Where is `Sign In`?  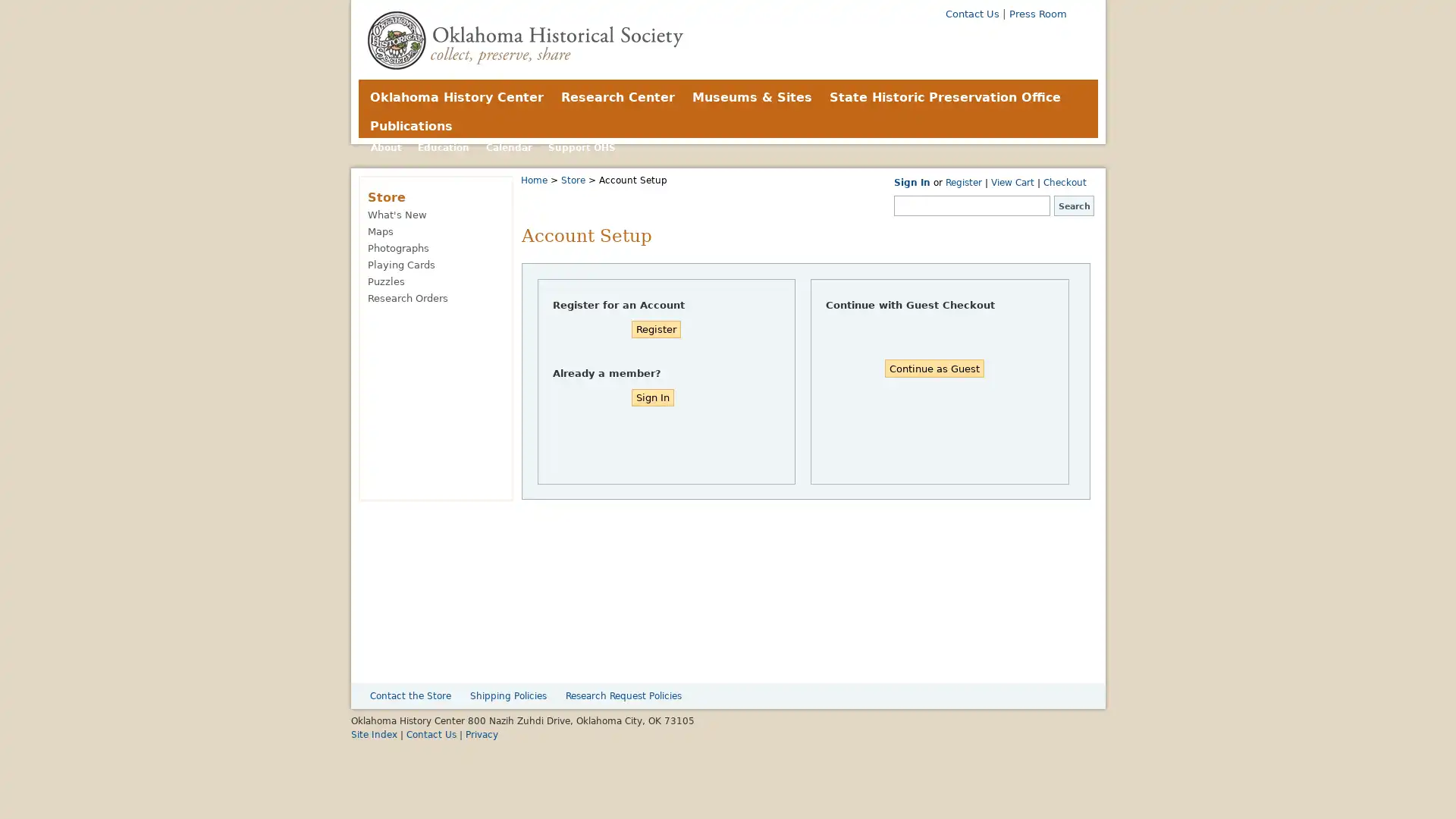 Sign In is located at coordinates (651, 397).